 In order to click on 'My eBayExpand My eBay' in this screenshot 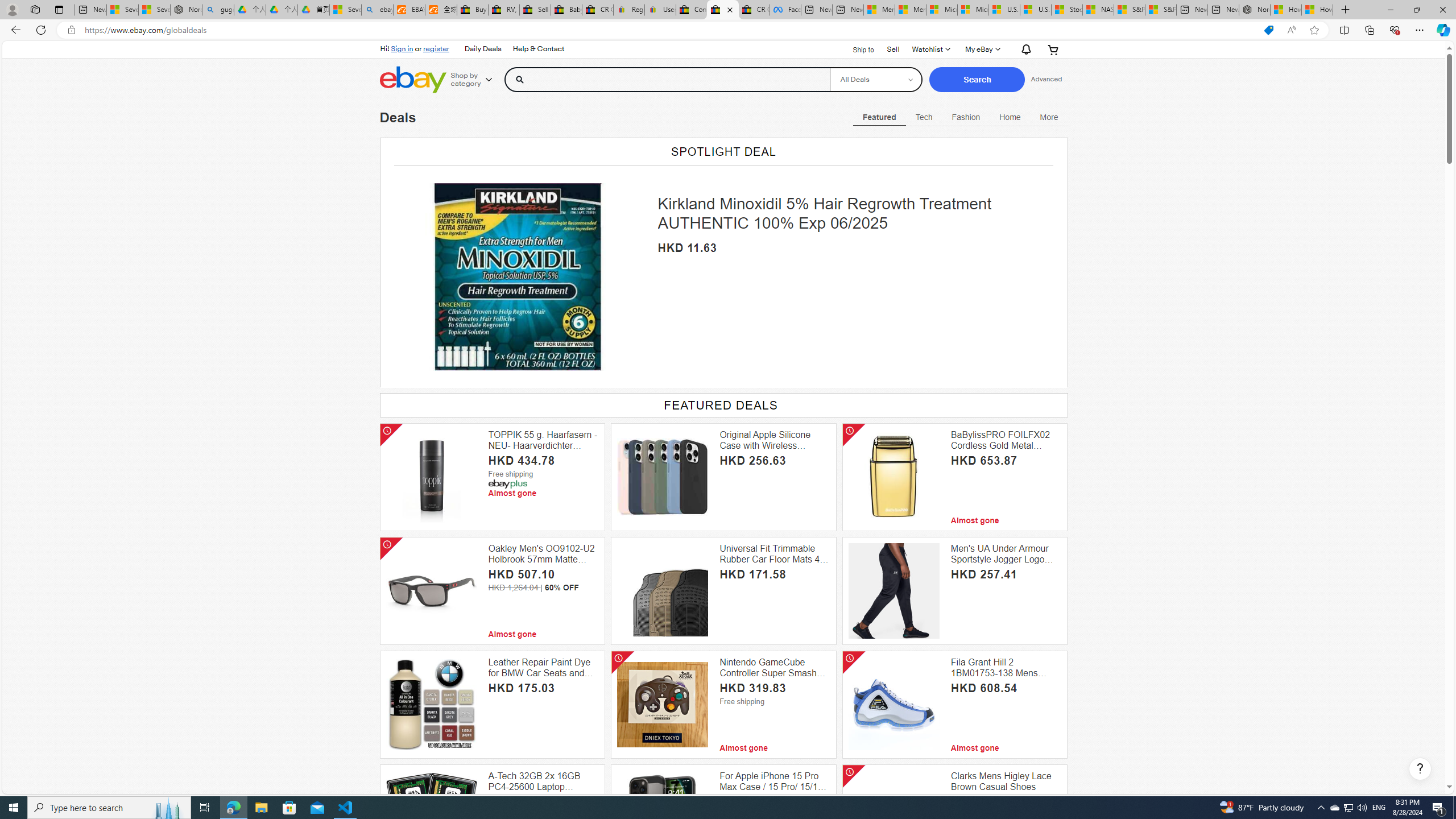, I will do `click(981, 49)`.